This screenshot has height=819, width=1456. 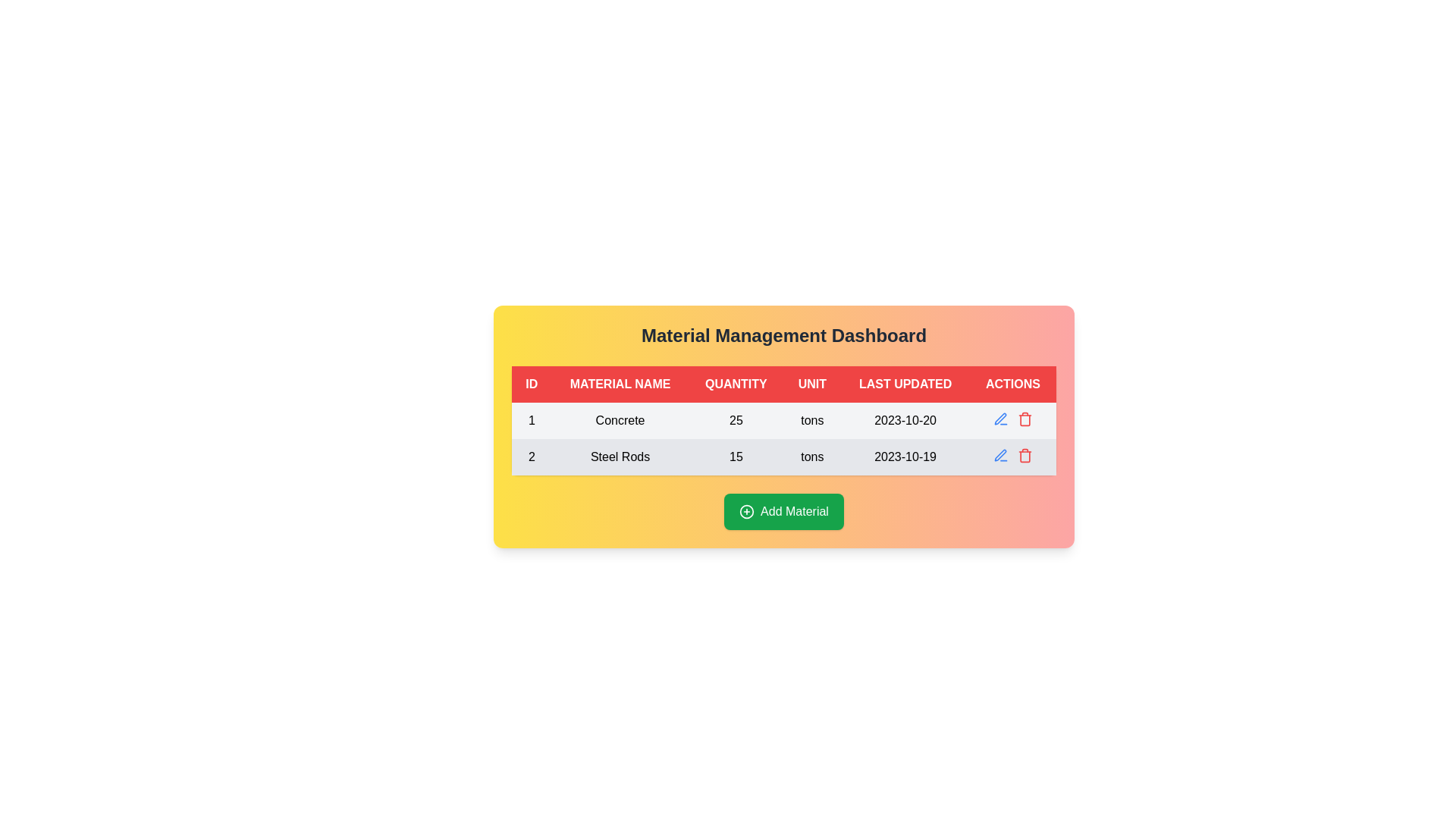 What do you see at coordinates (532, 456) in the screenshot?
I see `text content of the first cell displaying the value '2' in the second row of the table representing 'Steel Rods'` at bounding box center [532, 456].